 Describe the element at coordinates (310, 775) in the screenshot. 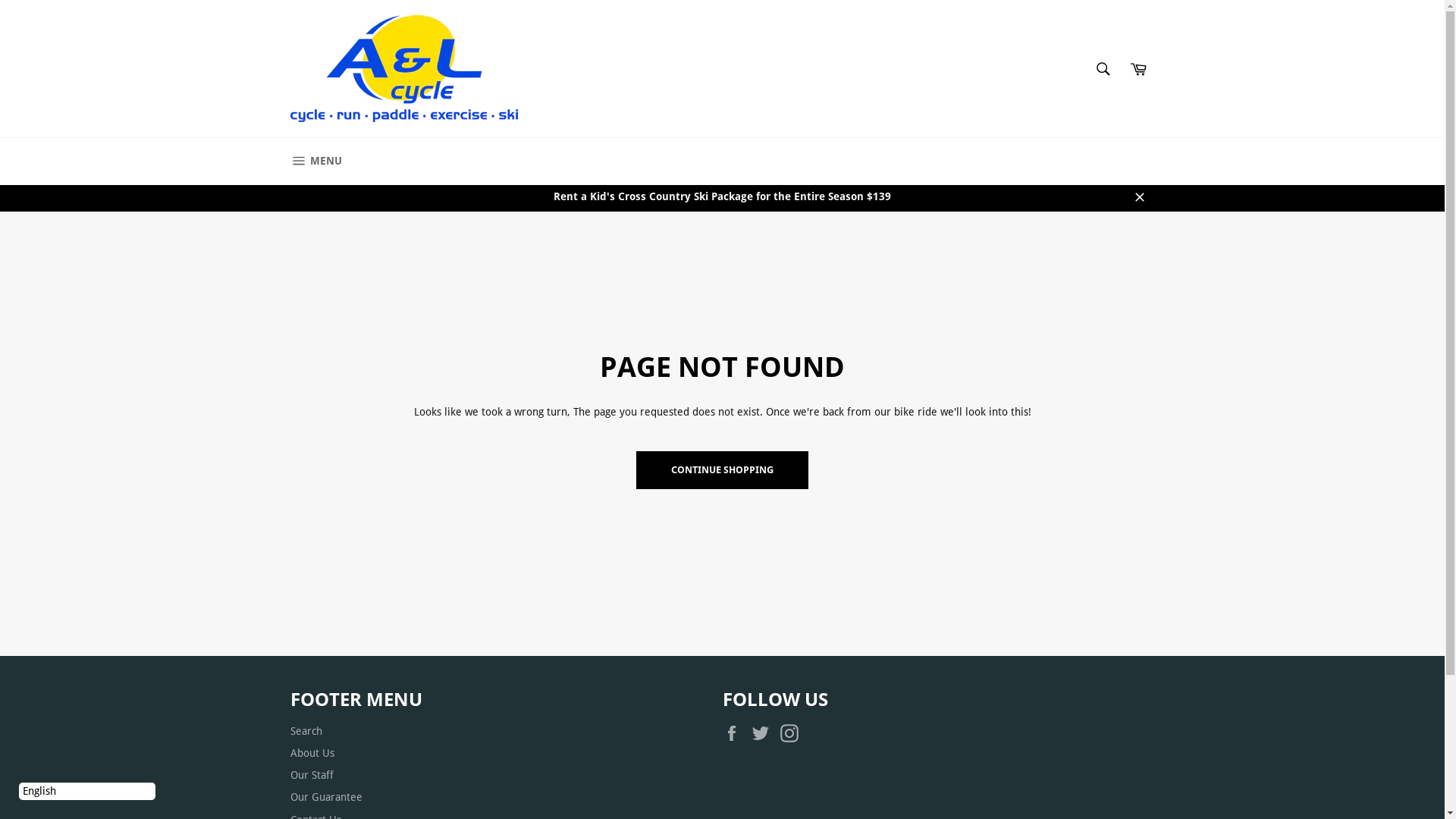

I see `'Our Staff'` at that location.